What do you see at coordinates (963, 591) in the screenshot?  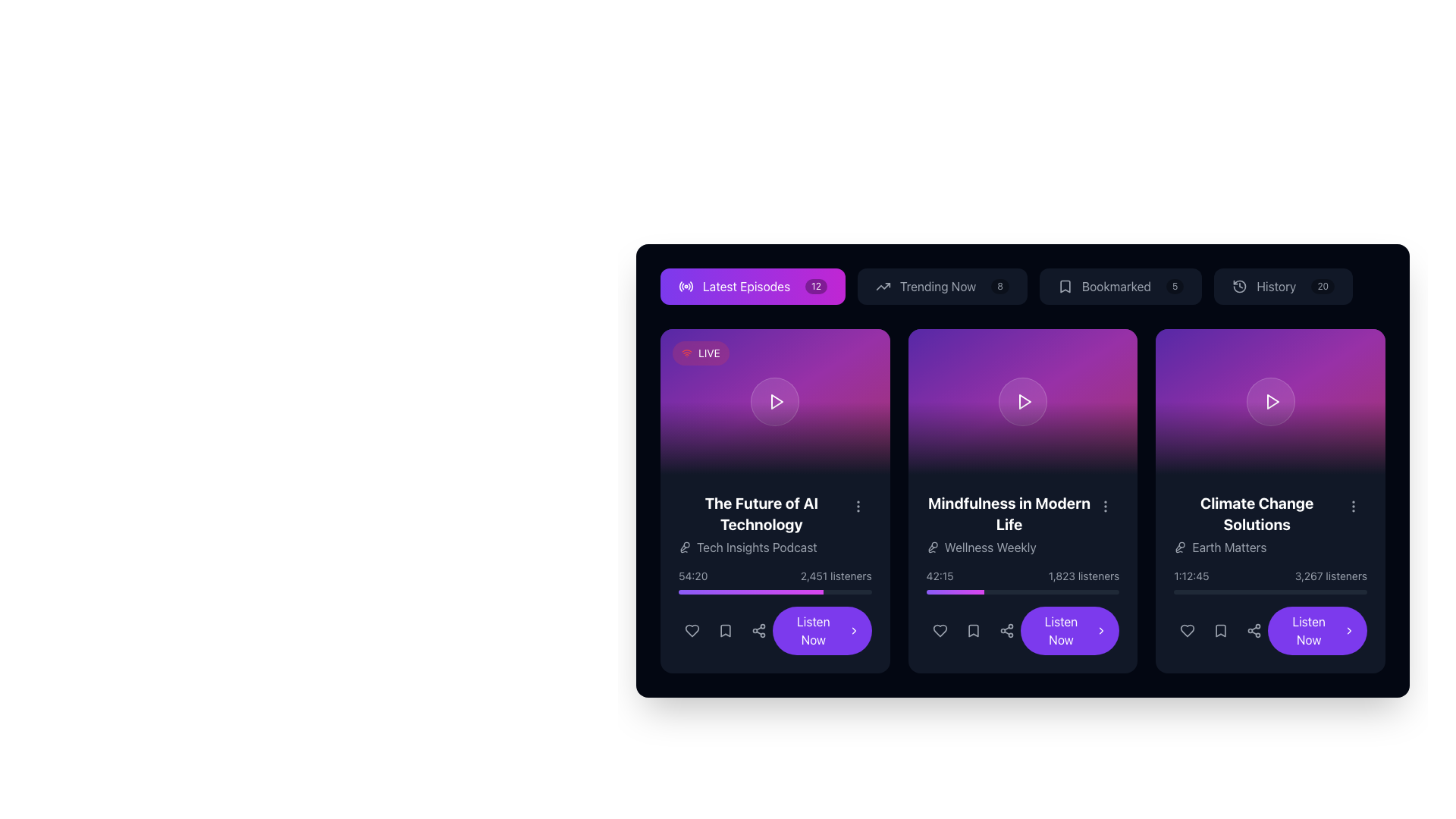 I see `progress` at bounding box center [963, 591].